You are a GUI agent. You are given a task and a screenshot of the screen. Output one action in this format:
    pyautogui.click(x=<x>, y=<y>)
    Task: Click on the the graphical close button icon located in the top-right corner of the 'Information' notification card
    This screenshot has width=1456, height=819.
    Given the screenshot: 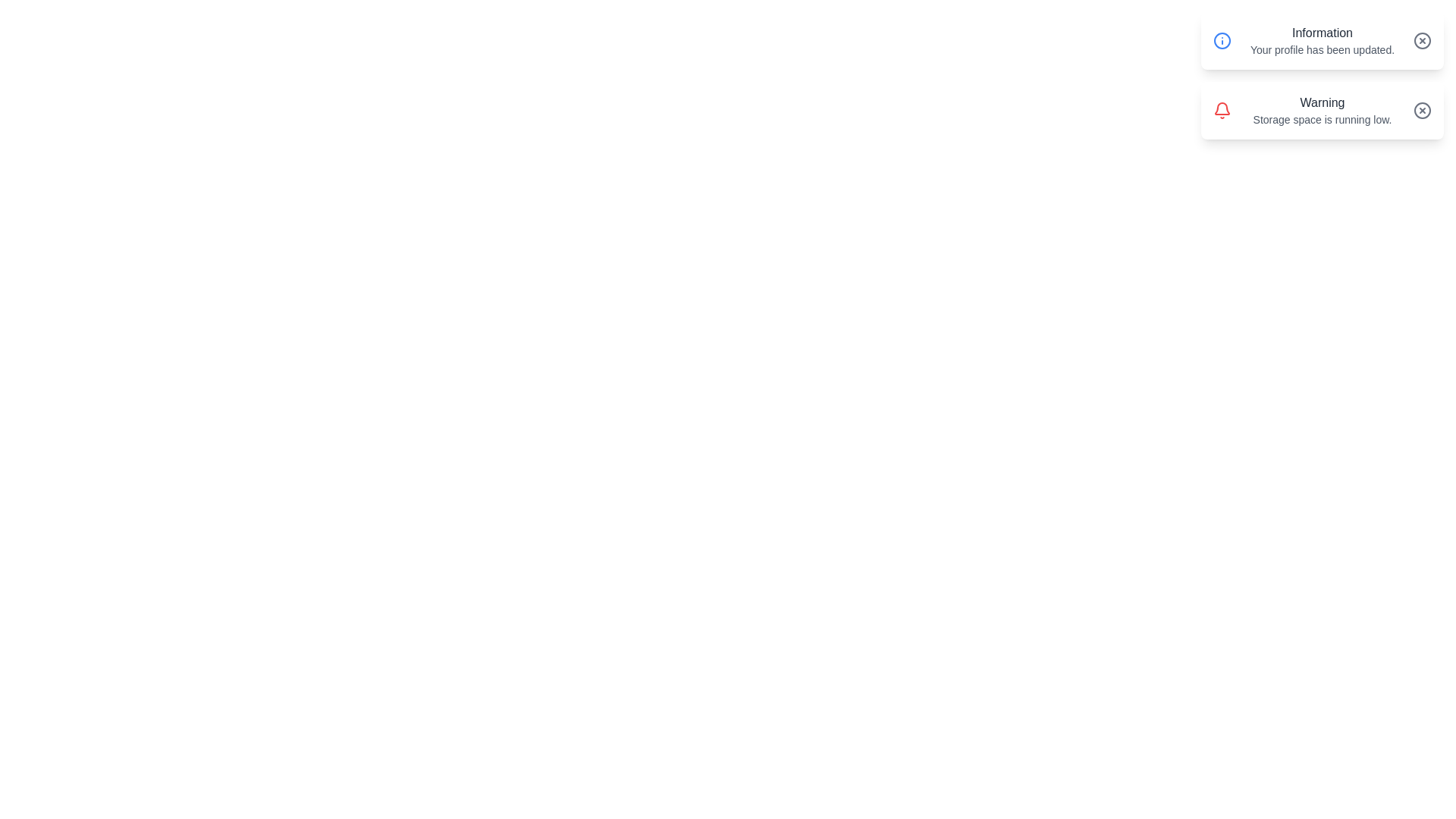 What is the action you would take?
    pyautogui.click(x=1422, y=40)
    